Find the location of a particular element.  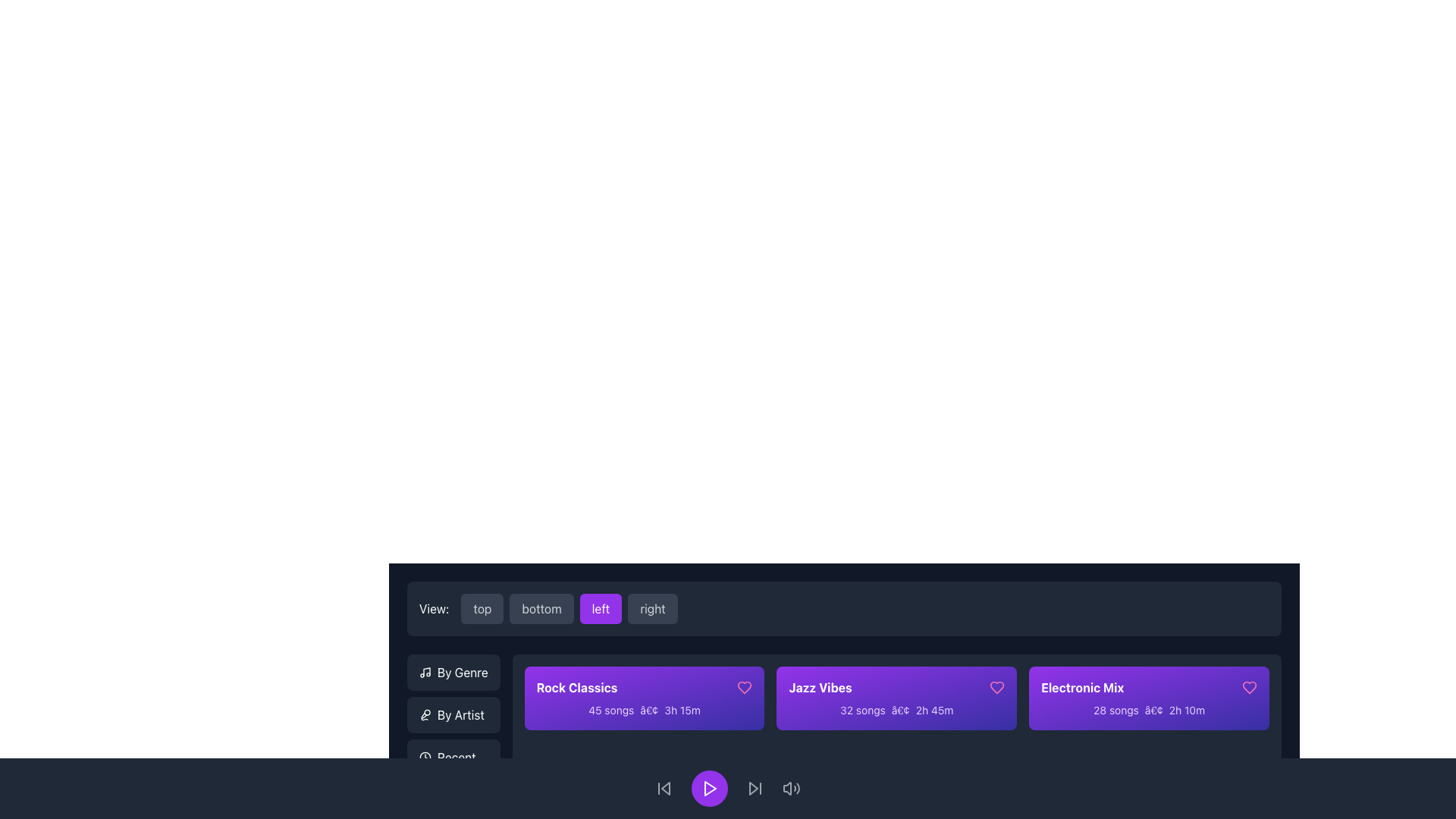

the back navigation icon, which is an SVG shape within the media control bar is located at coordinates (666, 788).